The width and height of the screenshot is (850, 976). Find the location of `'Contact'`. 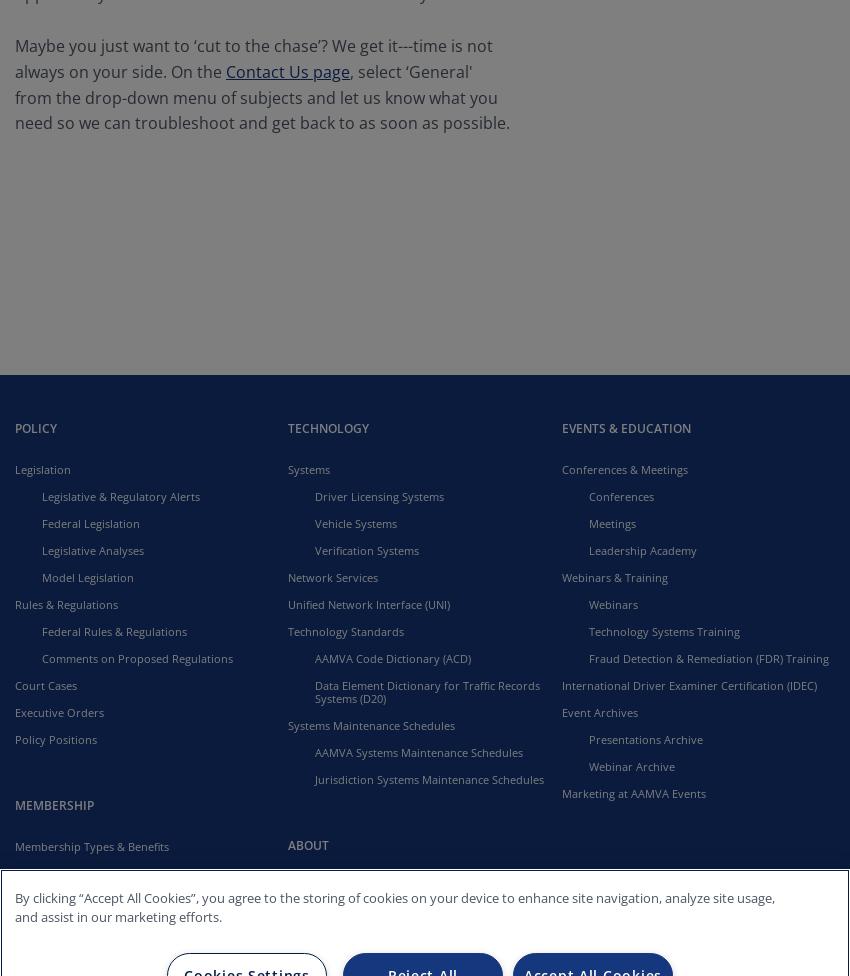

'Contact' is located at coordinates (588, 906).